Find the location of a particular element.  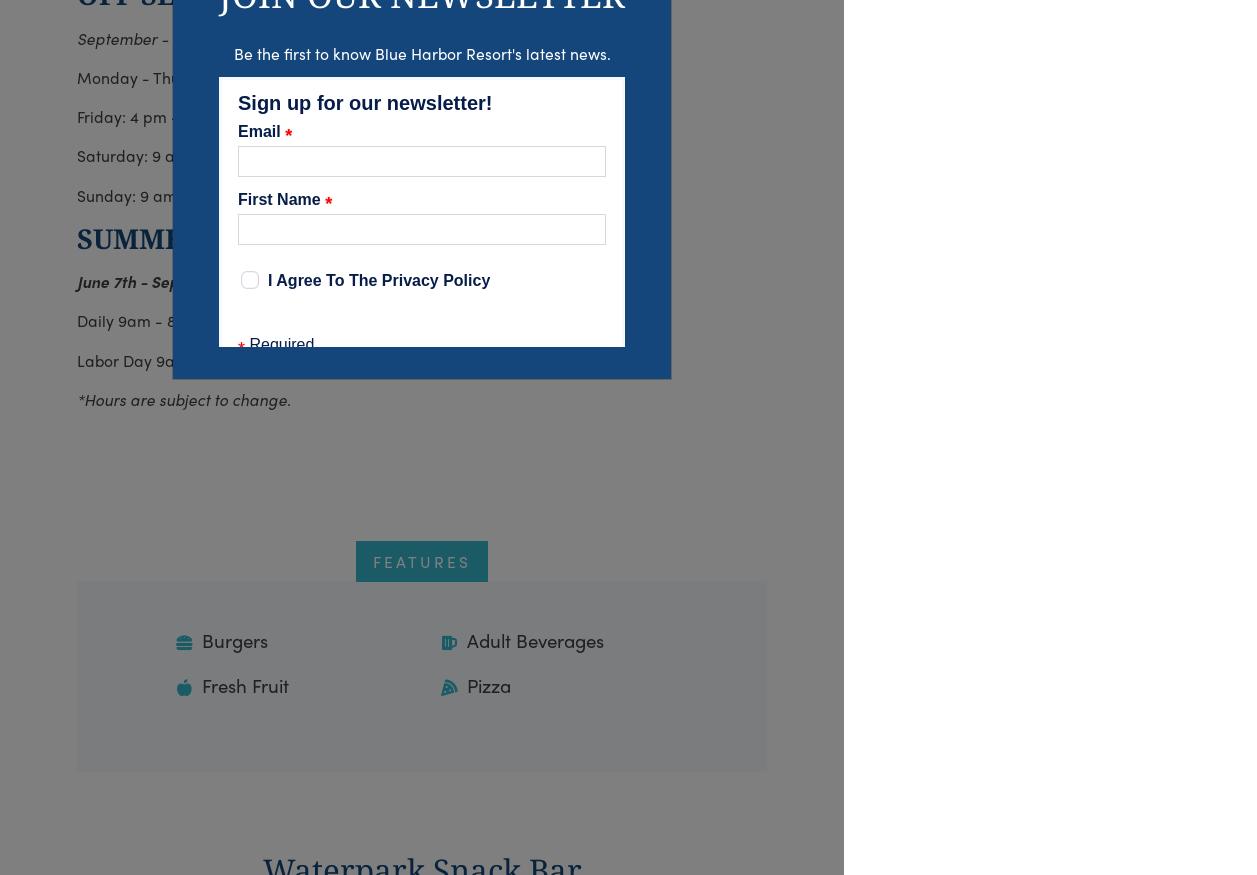

'Sunday: 9 am - 6 pm' is located at coordinates (77, 194).